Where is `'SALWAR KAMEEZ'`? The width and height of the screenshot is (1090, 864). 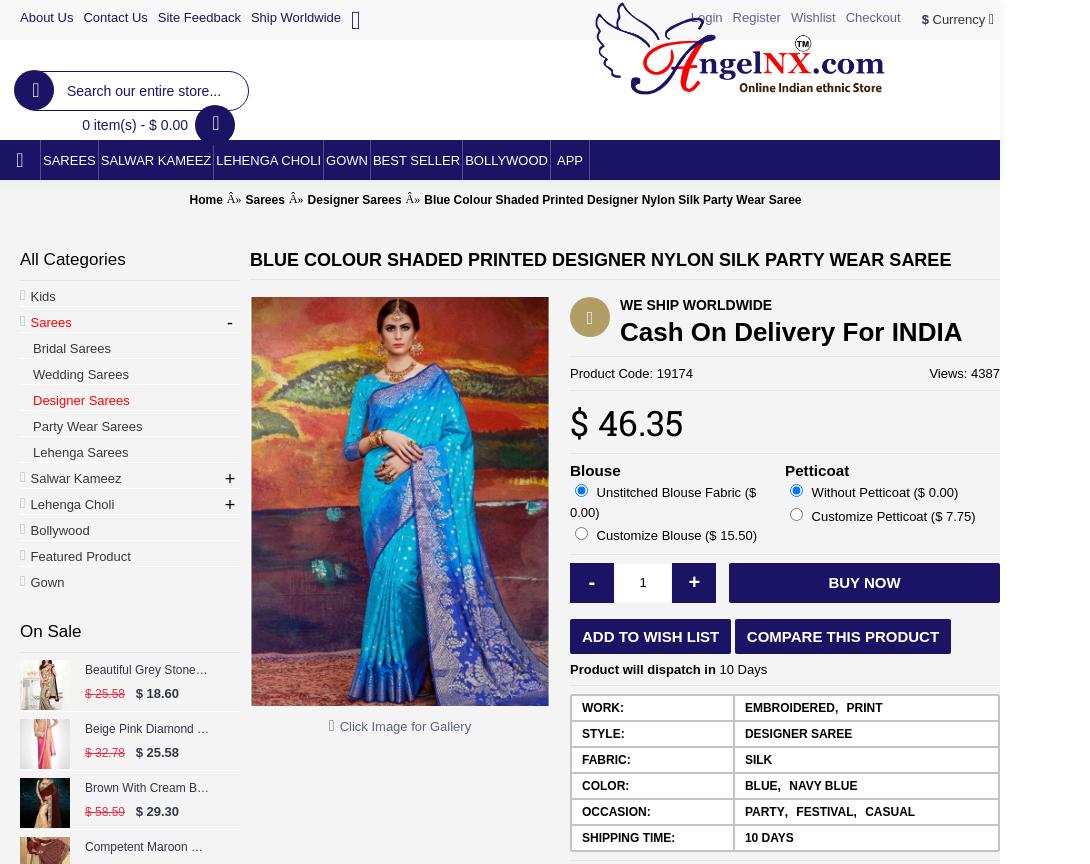 'SALWAR KAMEEZ' is located at coordinates (155, 159).